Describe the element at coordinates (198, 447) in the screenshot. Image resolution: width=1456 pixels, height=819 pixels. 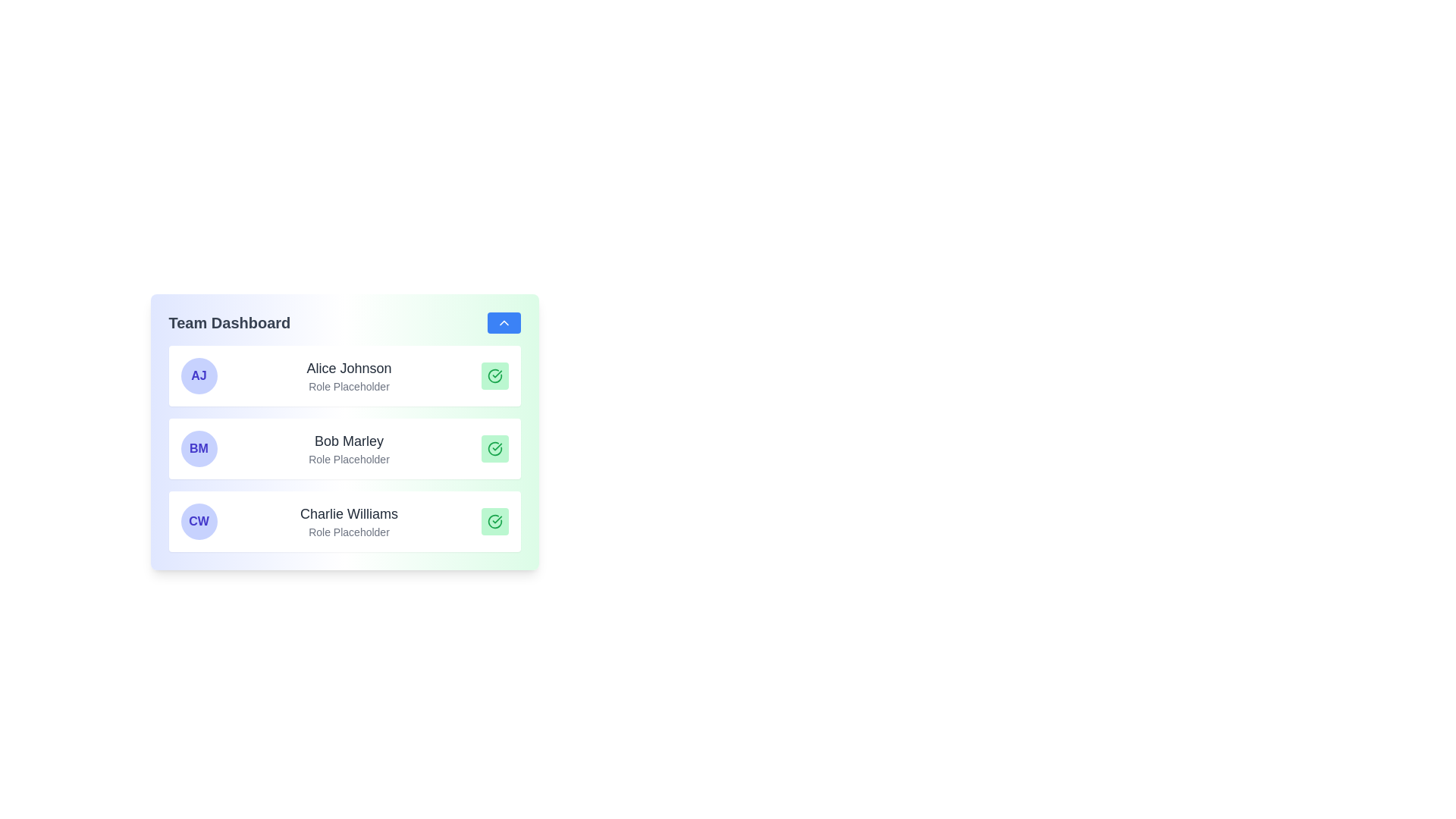
I see `the Profile icon with light indigo background and initials 'BM' located to the left of 'Bob Marley'` at that location.